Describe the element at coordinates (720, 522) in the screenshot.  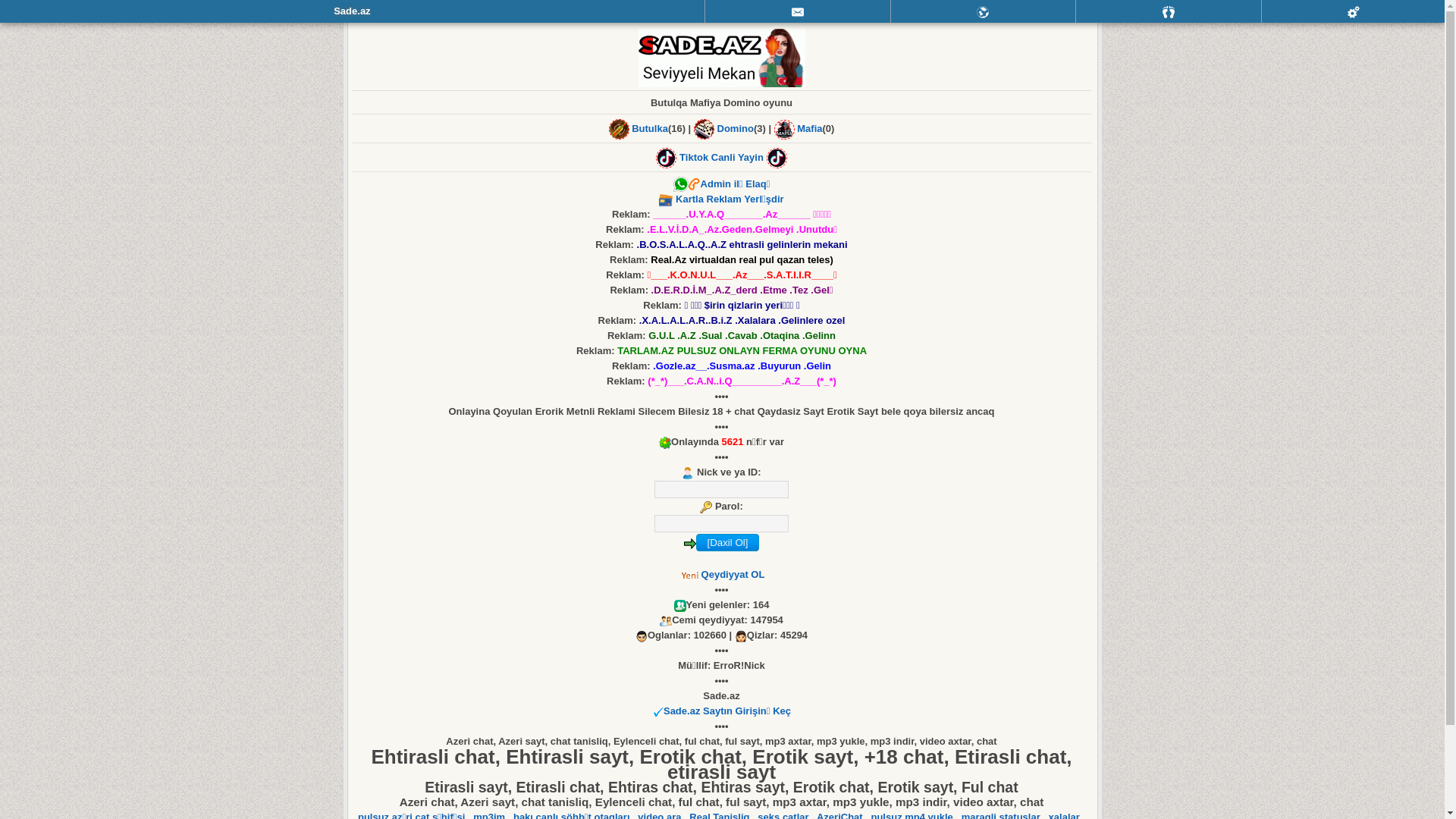
I see `'Parol'` at that location.